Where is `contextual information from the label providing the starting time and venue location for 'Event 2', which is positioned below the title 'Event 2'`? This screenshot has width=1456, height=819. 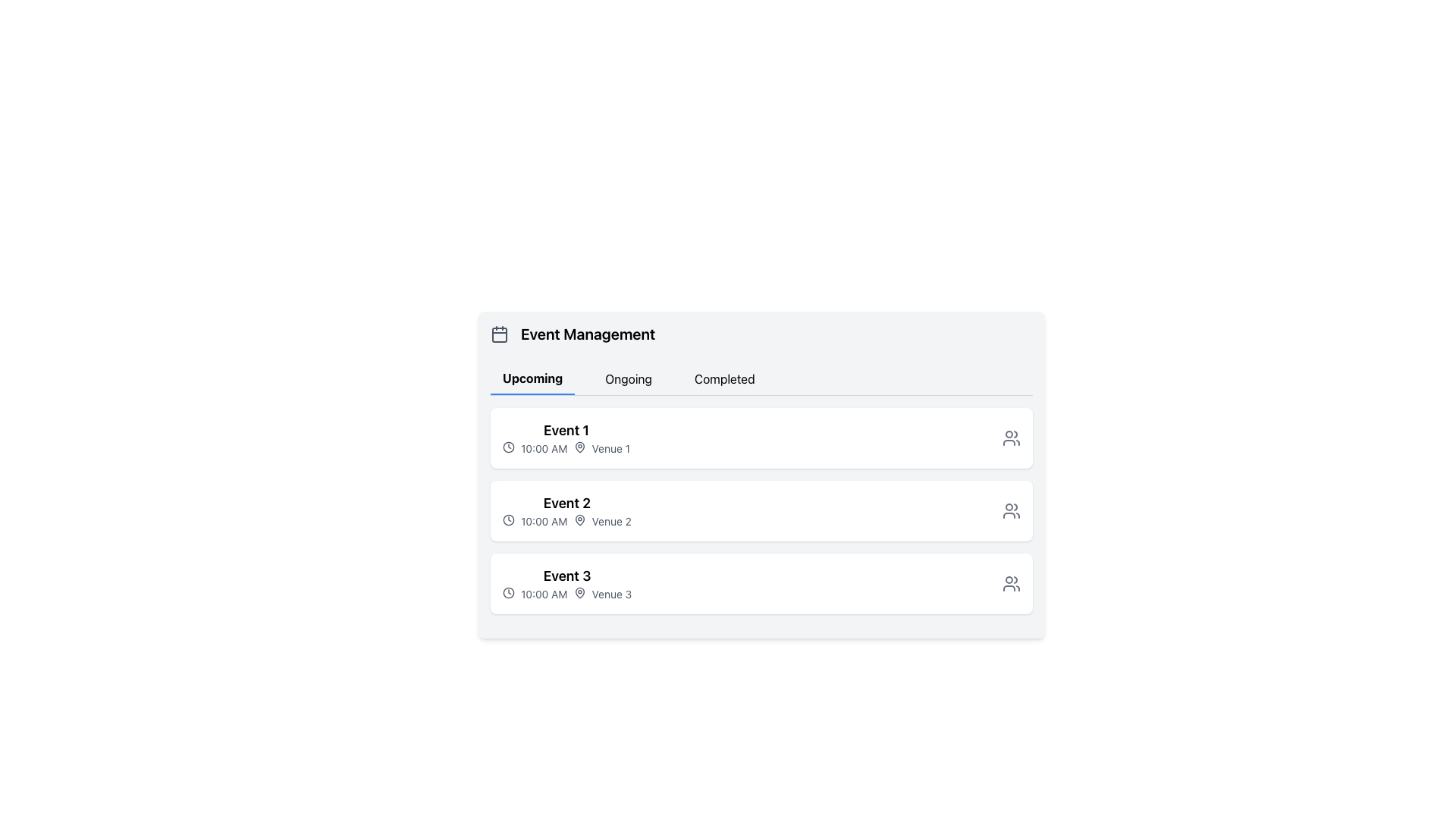
contextual information from the label providing the starting time and venue location for 'Event 2', which is positioned below the title 'Event 2' is located at coordinates (566, 520).